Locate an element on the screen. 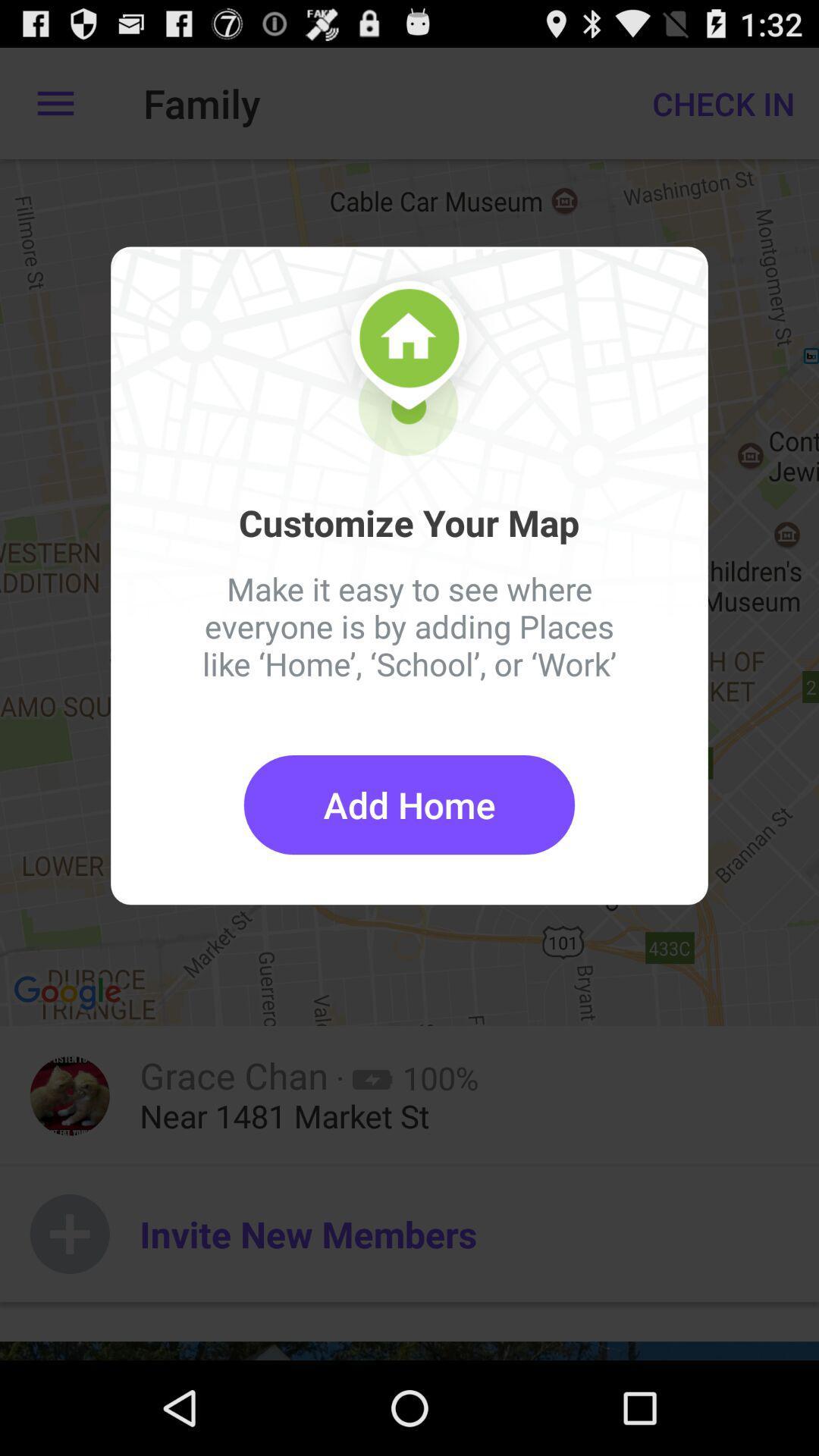 The image size is (819, 1456). add home icon is located at coordinates (409, 804).